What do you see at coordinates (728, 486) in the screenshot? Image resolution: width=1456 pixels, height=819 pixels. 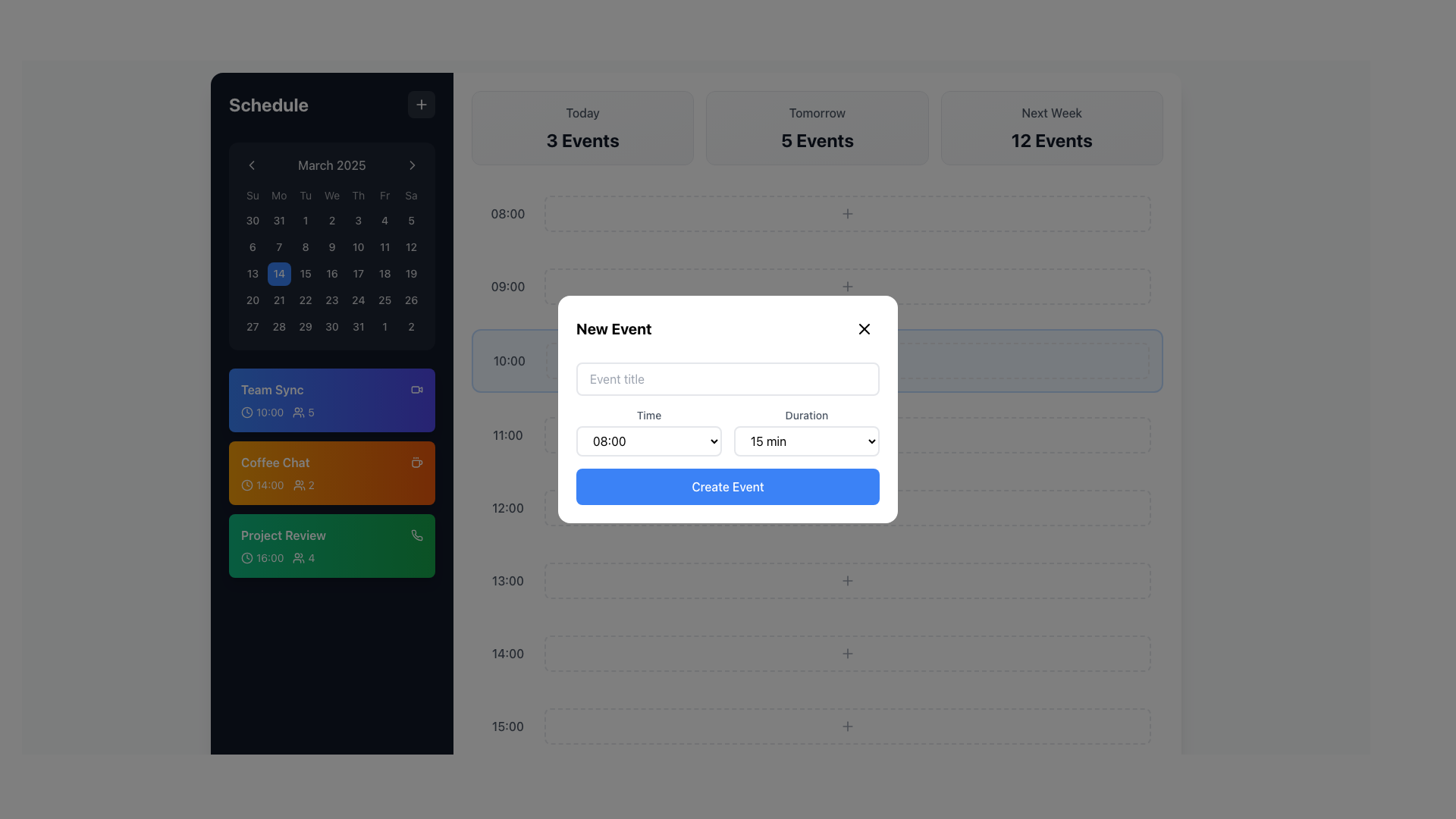 I see `the 'Create Event' button, which is a horizontally aligned button with a blue background located at the bottom of the 'New Event' modal dialog, to observe the color change` at bounding box center [728, 486].